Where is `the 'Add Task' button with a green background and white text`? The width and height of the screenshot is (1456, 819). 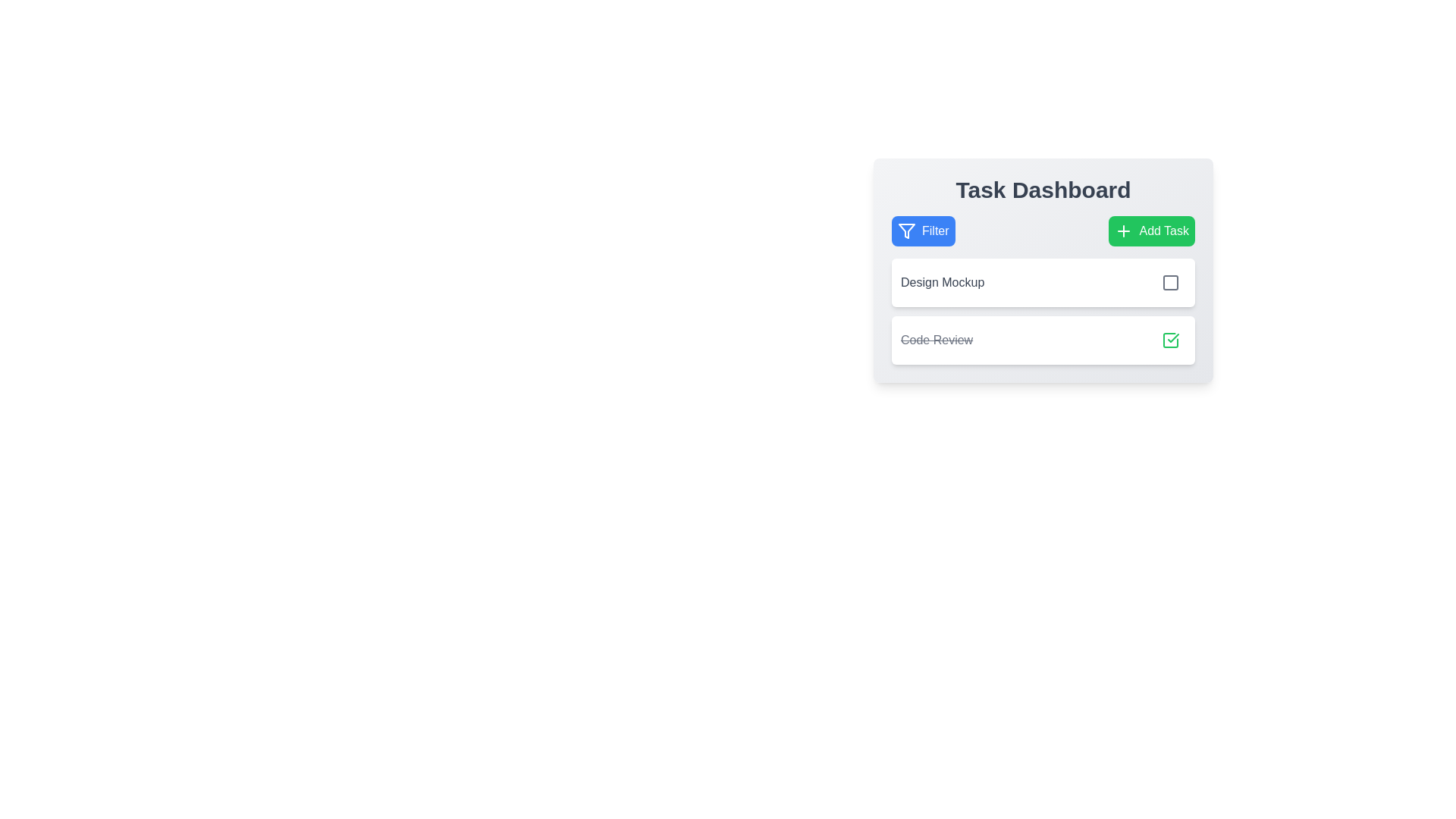 the 'Add Task' button with a green background and white text is located at coordinates (1152, 231).